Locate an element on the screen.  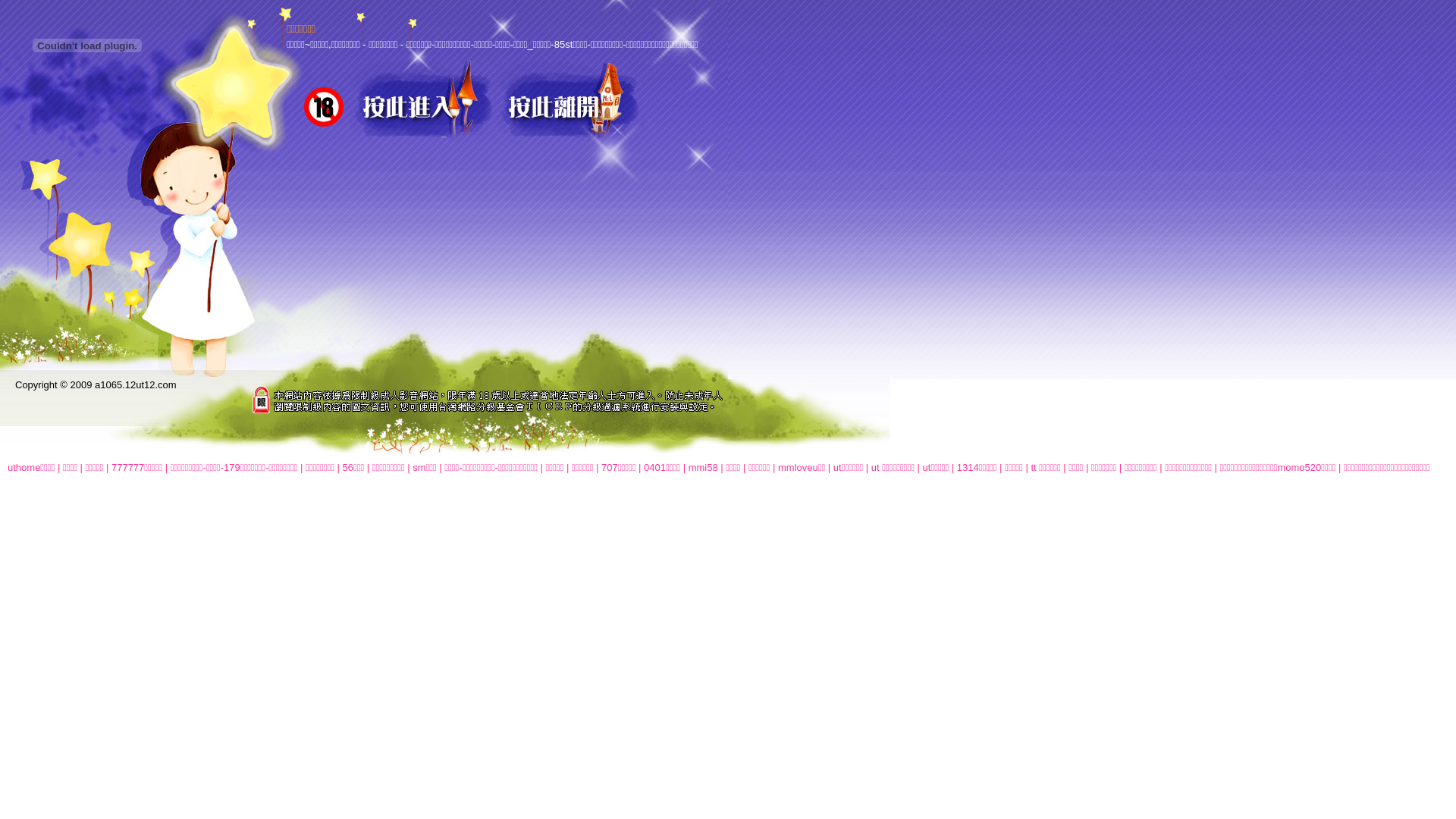
'mmi58' is located at coordinates (702, 466).